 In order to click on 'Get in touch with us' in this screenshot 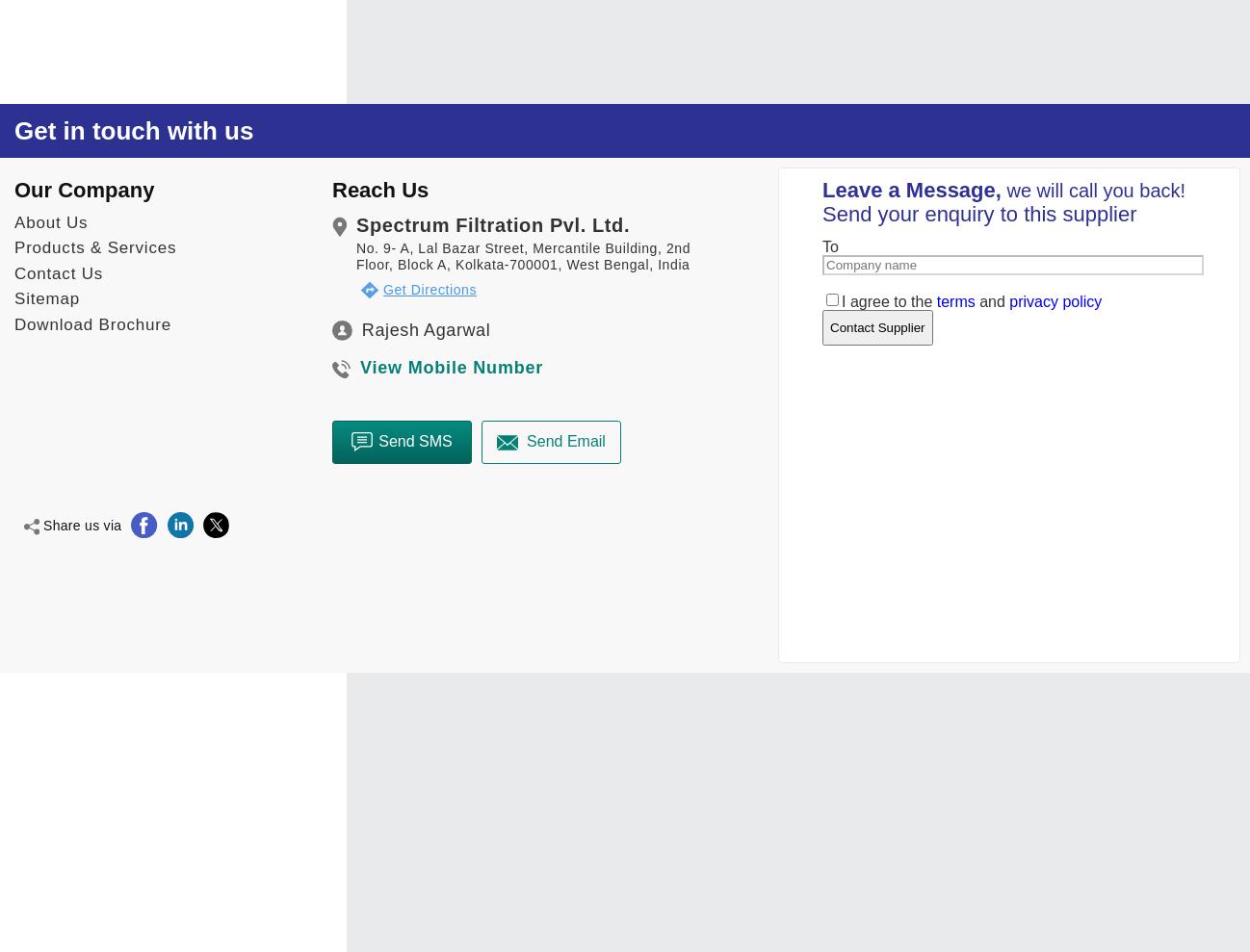, I will do `click(133, 129)`.